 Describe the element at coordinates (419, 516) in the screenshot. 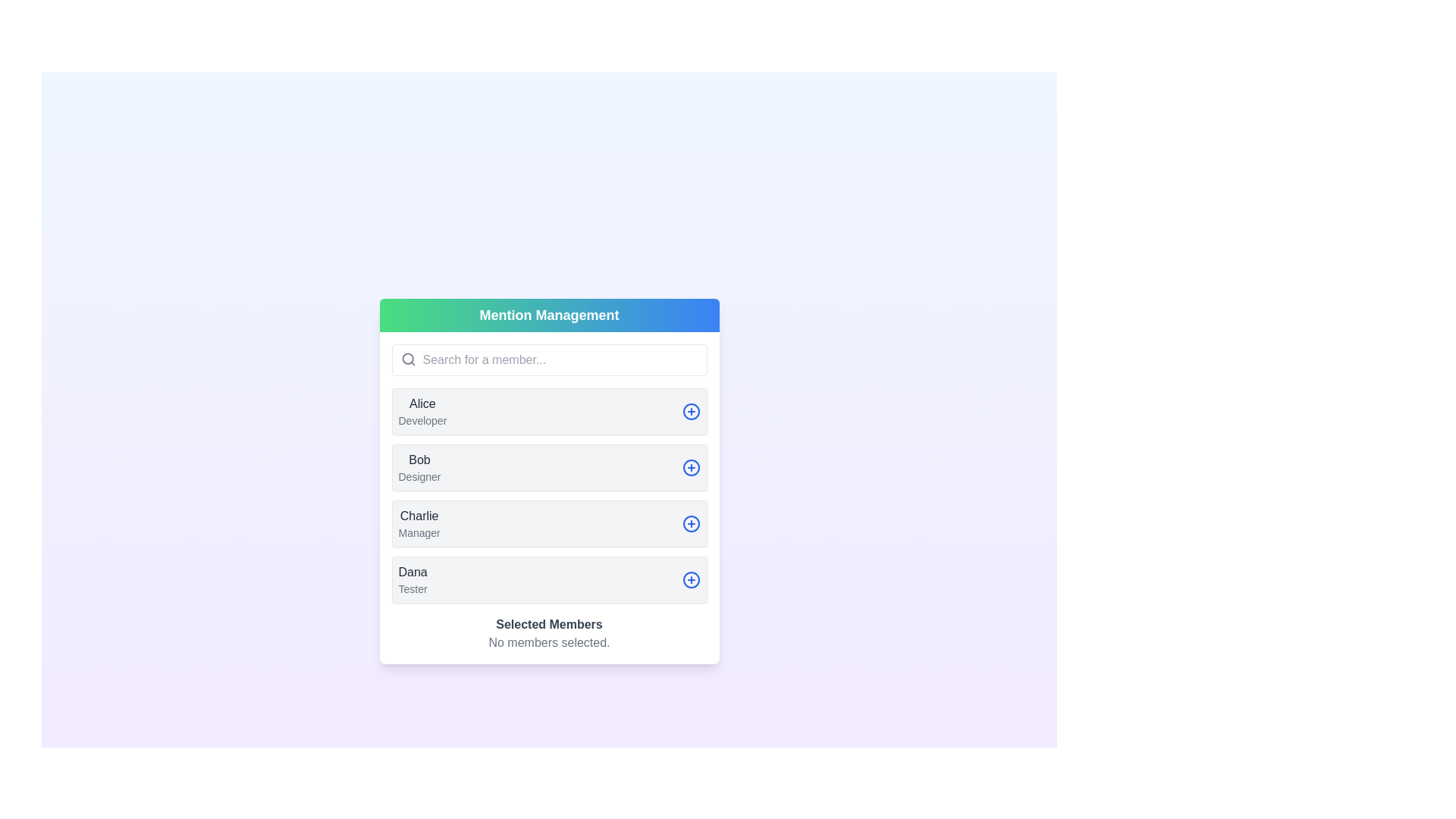

I see `the member's name displayed as the first textual element in the third card of the user management interface` at that location.